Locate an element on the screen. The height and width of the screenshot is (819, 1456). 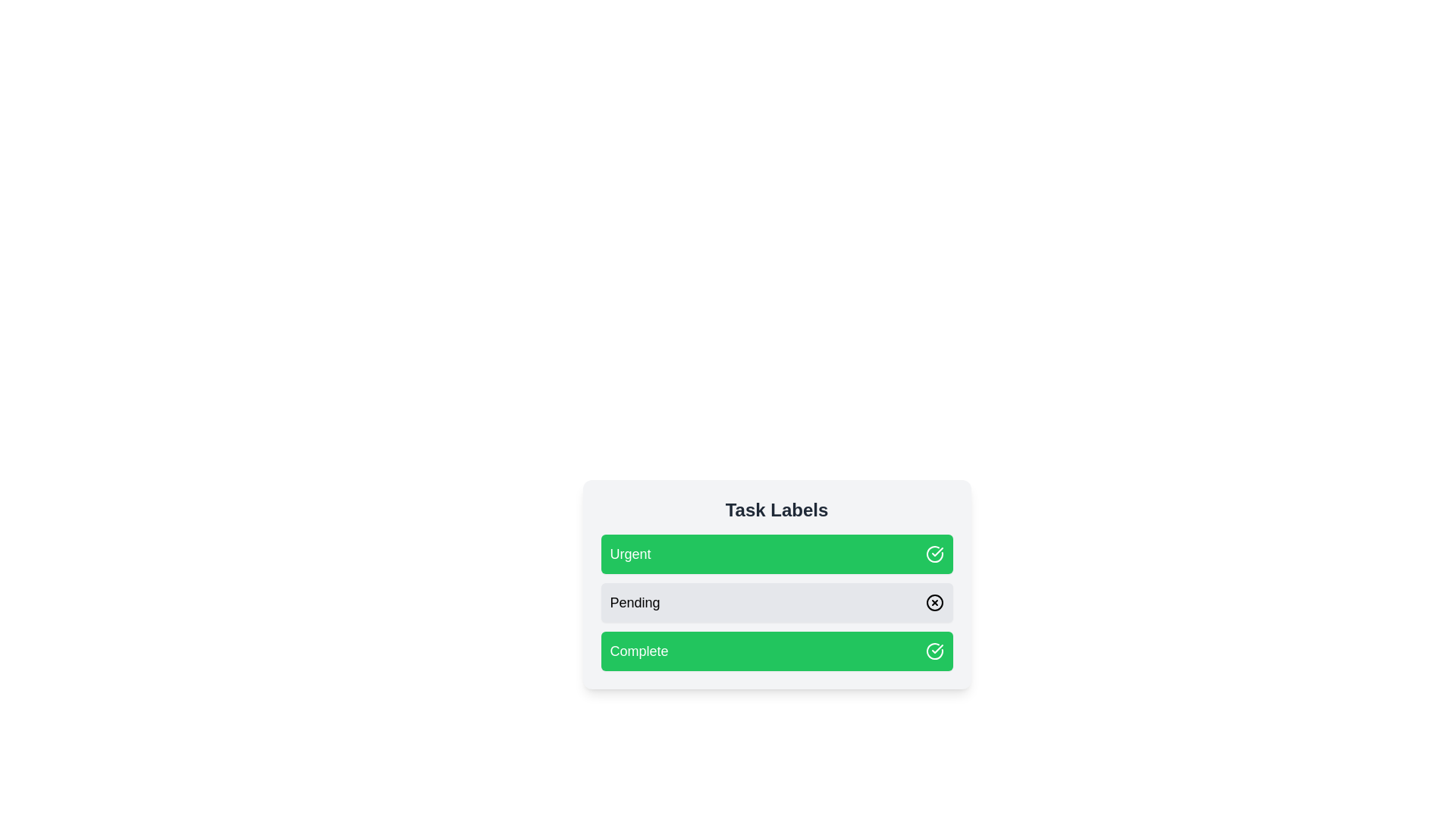
the label Pending to observe the hover effect is located at coordinates (777, 601).